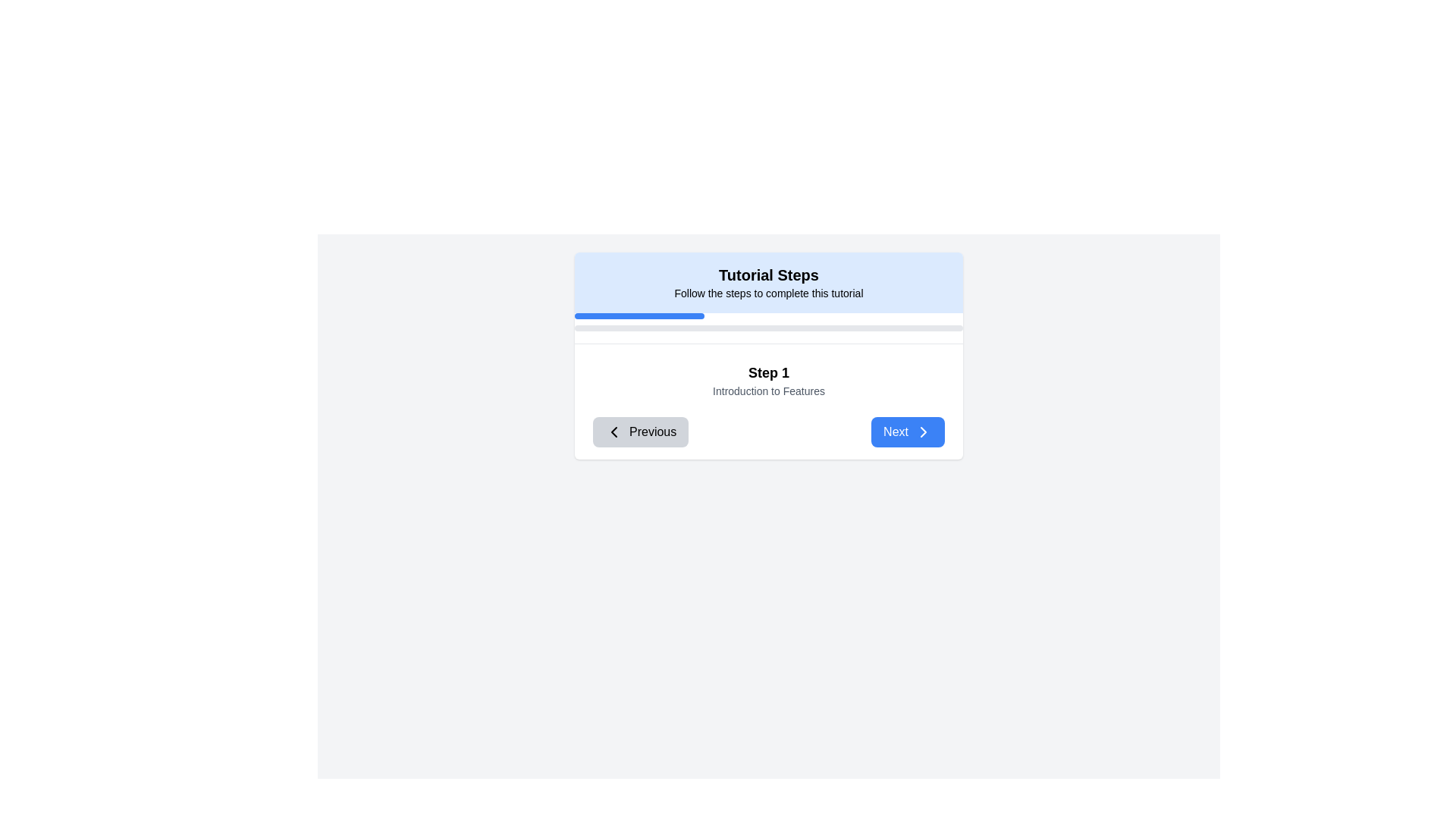 This screenshot has height=819, width=1456. What do you see at coordinates (768, 327) in the screenshot?
I see `the progress bar located in the 'Tutorial Steps' panel, which is a horizontal bar with a gray background and a blue segment indicating progress` at bounding box center [768, 327].